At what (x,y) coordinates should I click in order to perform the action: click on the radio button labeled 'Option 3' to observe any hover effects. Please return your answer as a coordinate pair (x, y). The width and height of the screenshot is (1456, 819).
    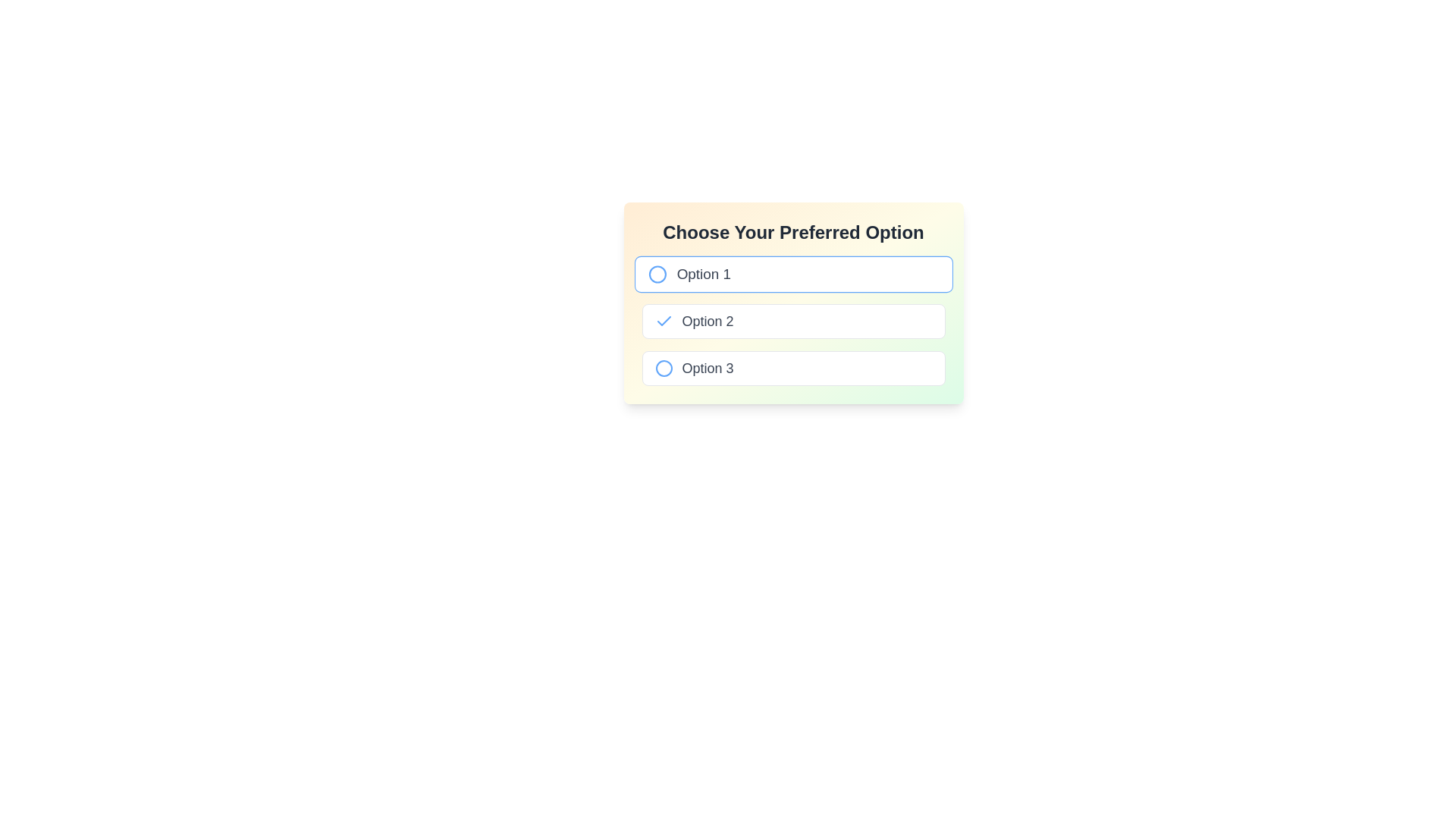
    Looking at the image, I should click on (792, 369).